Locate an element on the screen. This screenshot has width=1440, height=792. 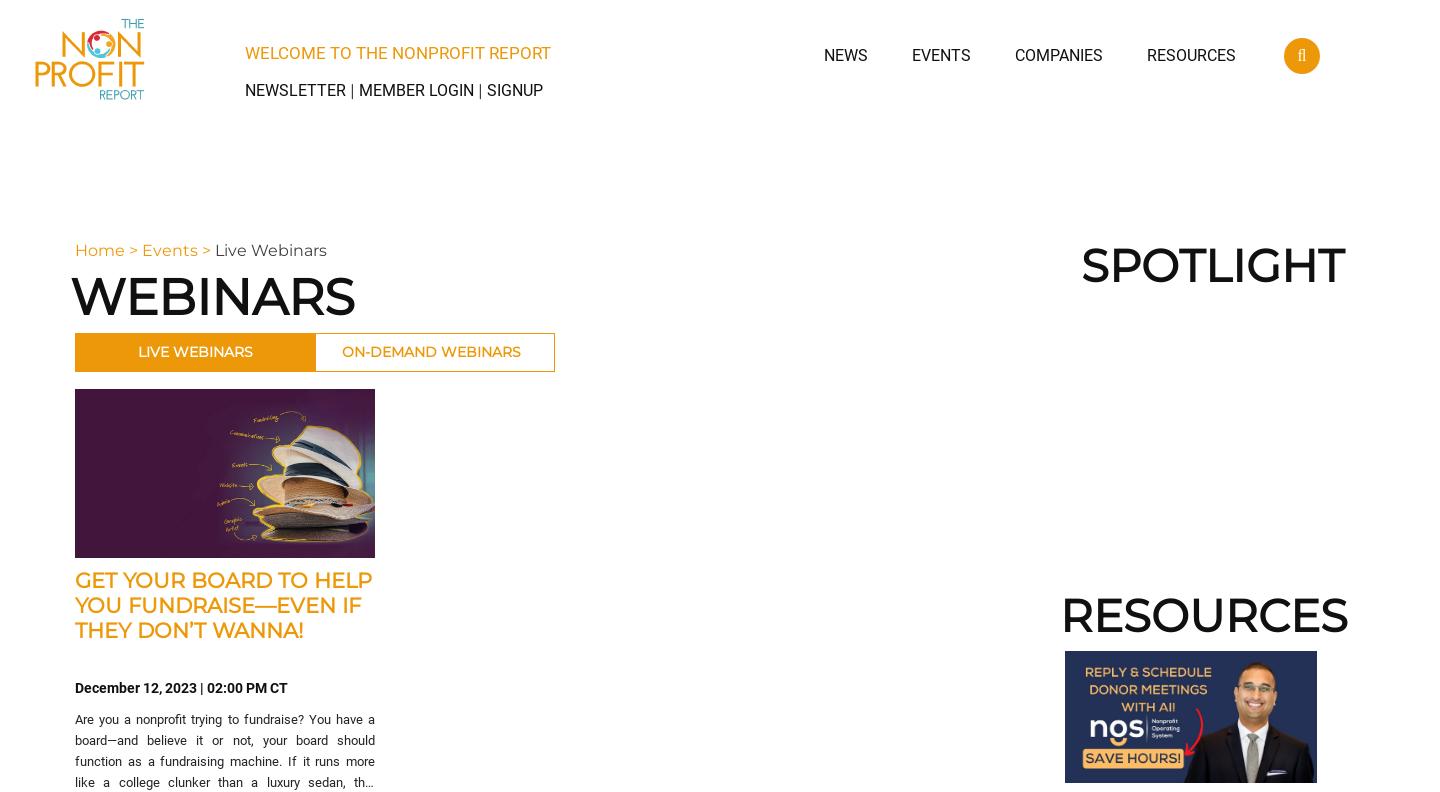
'Live WEBINARS' is located at coordinates (194, 351).